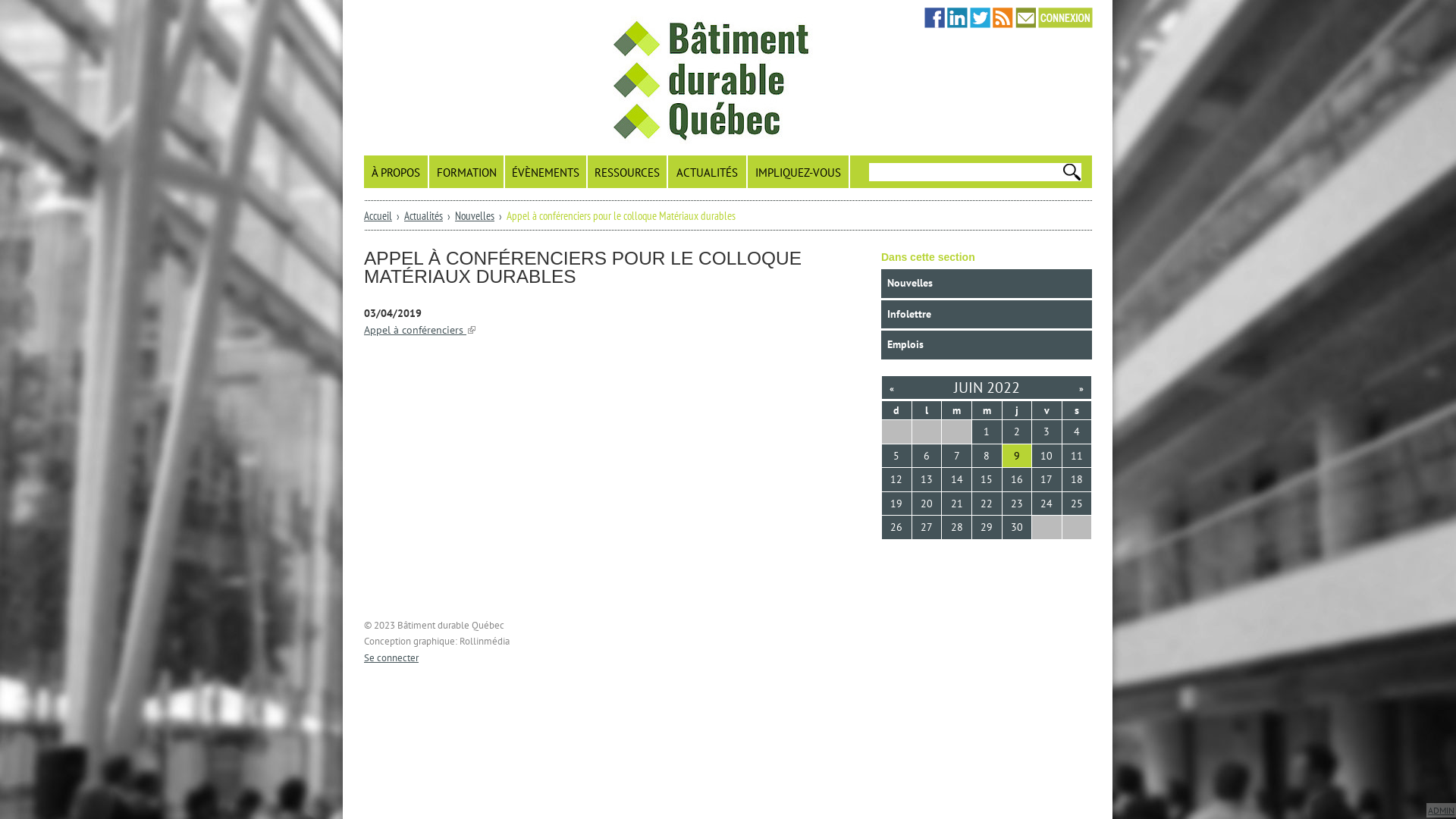 This screenshot has height=819, width=1456. What do you see at coordinates (934, 17) in the screenshot?
I see `'Facebook'` at bounding box center [934, 17].